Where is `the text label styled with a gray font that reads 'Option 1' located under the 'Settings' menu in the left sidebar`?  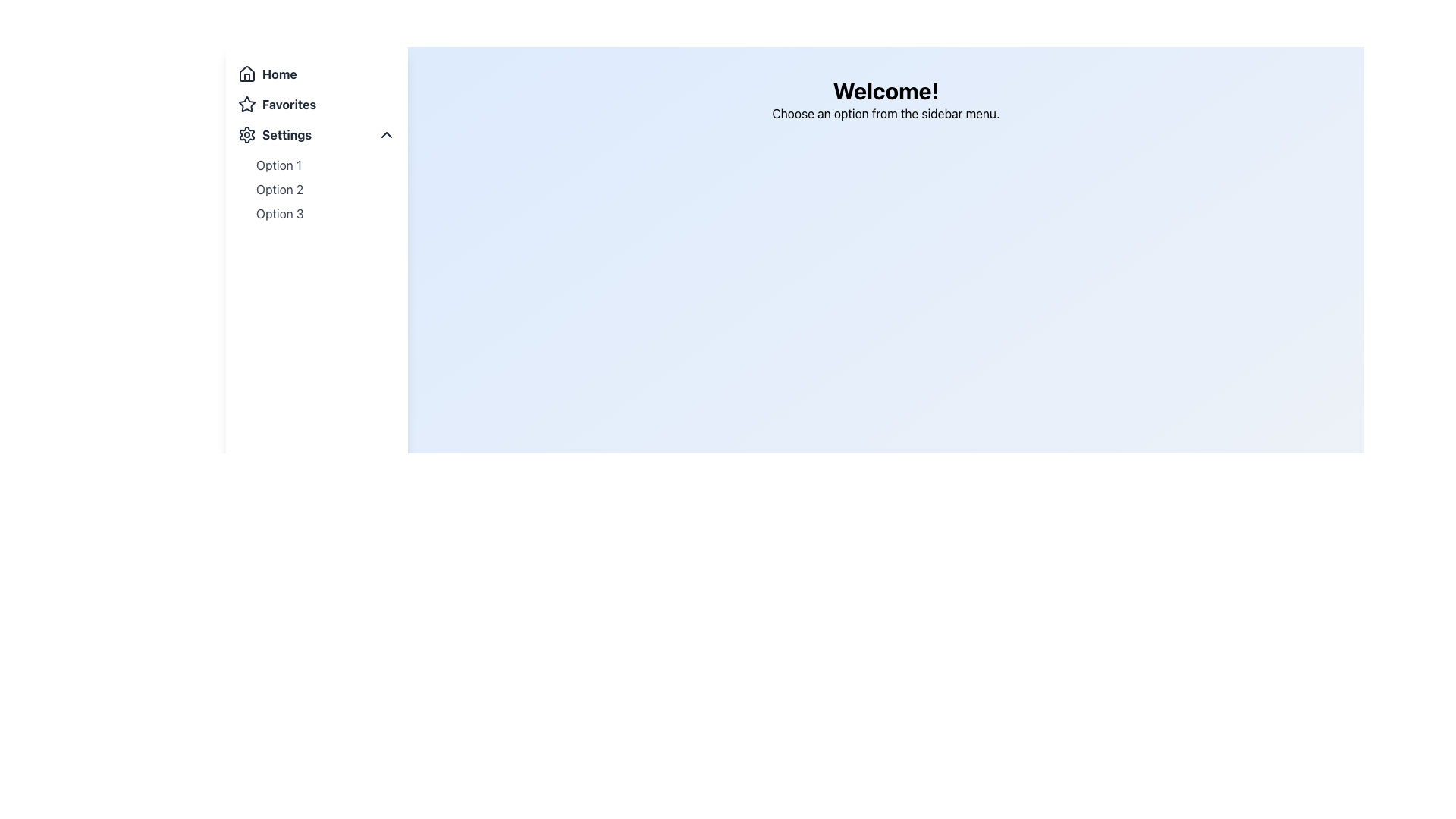
the text label styled with a gray font that reads 'Option 1' located under the 'Settings' menu in the left sidebar is located at coordinates (279, 165).